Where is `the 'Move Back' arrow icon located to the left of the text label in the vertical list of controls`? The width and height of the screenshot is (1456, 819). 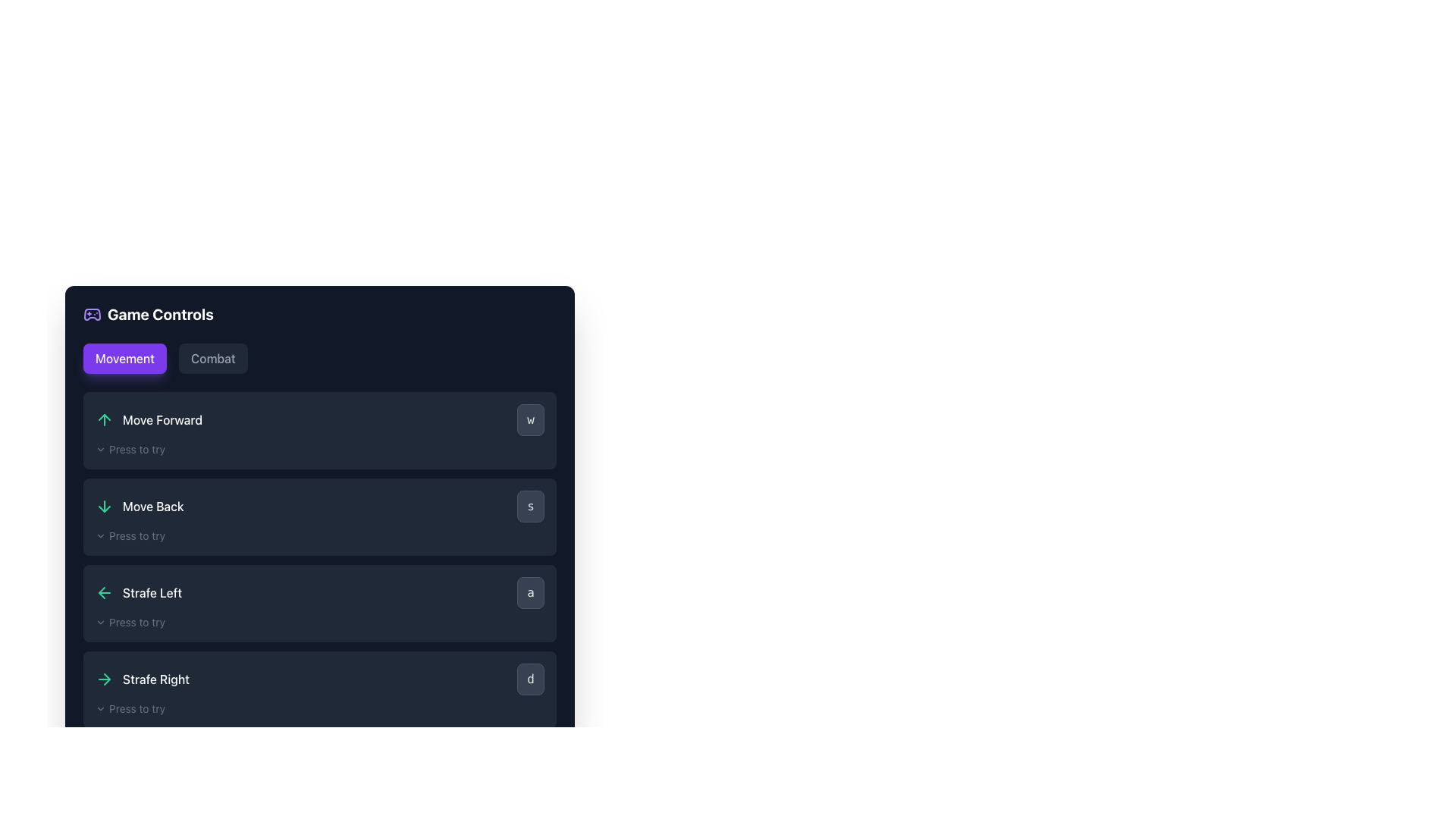 the 'Move Back' arrow icon located to the left of the text label in the vertical list of controls is located at coordinates (104, 506).